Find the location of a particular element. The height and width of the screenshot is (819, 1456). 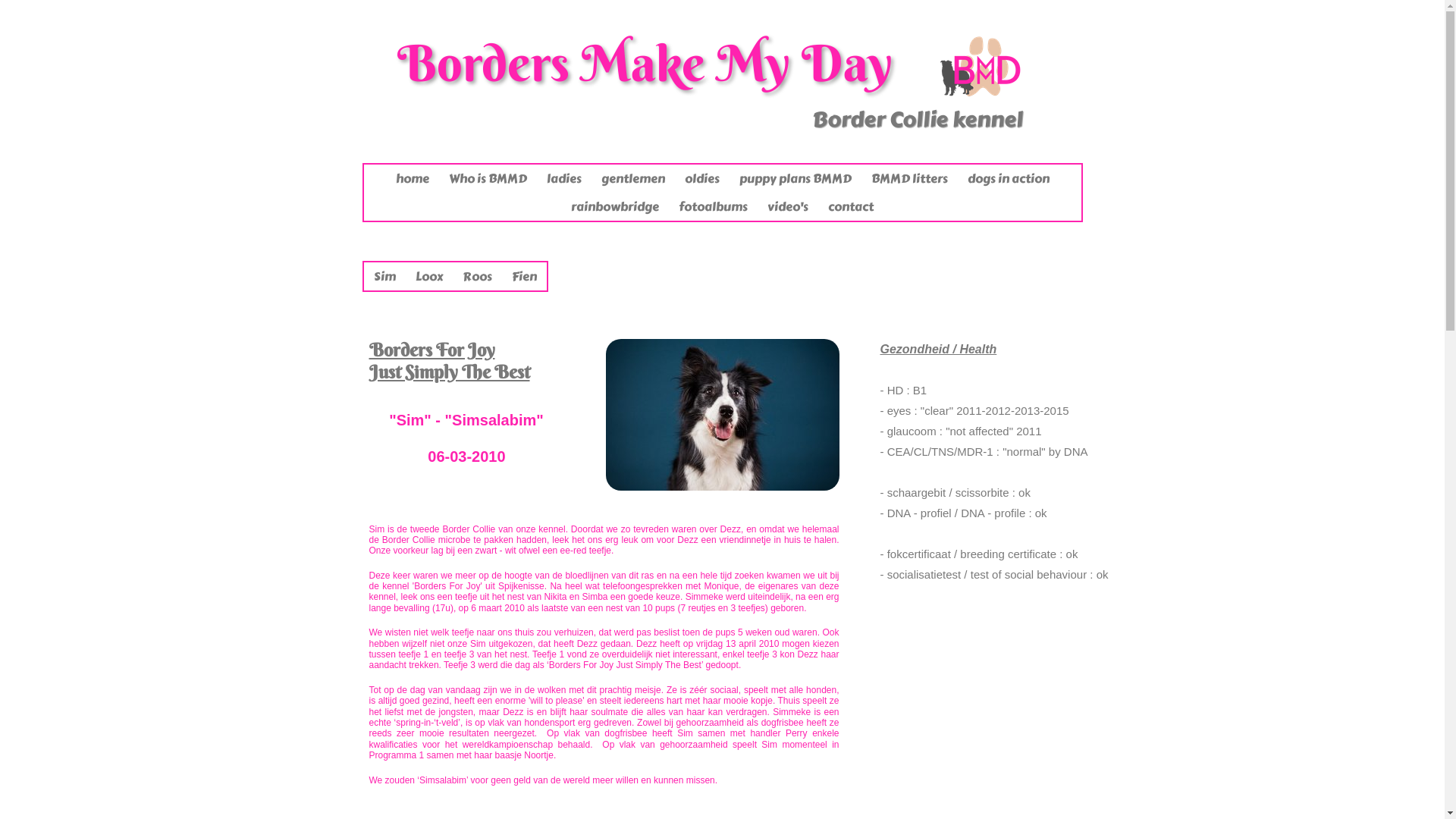

'Fien' is located at coordinates (524, 276).